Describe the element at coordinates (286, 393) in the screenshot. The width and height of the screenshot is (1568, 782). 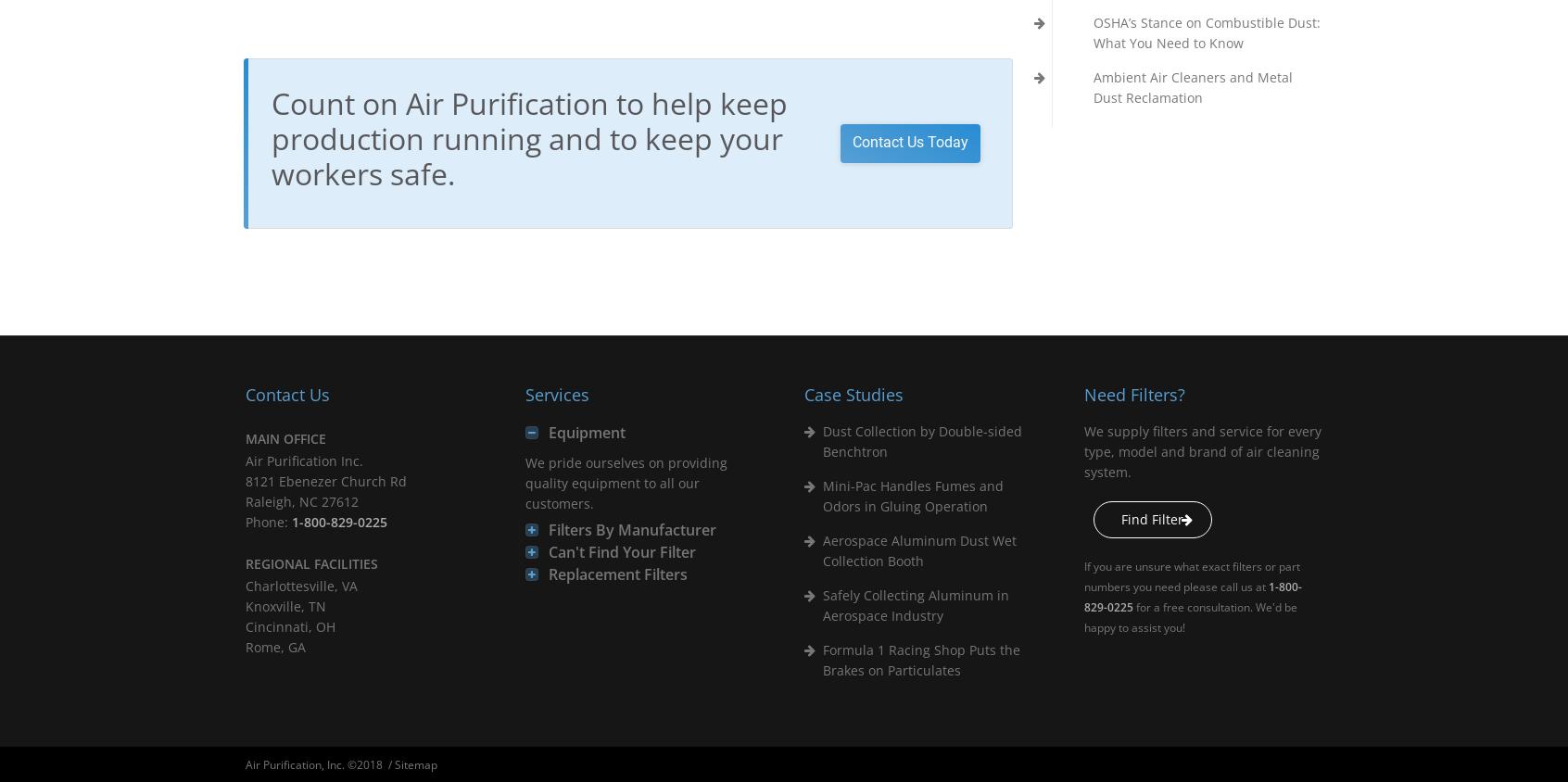
I see `'Contact Us'` at that location.